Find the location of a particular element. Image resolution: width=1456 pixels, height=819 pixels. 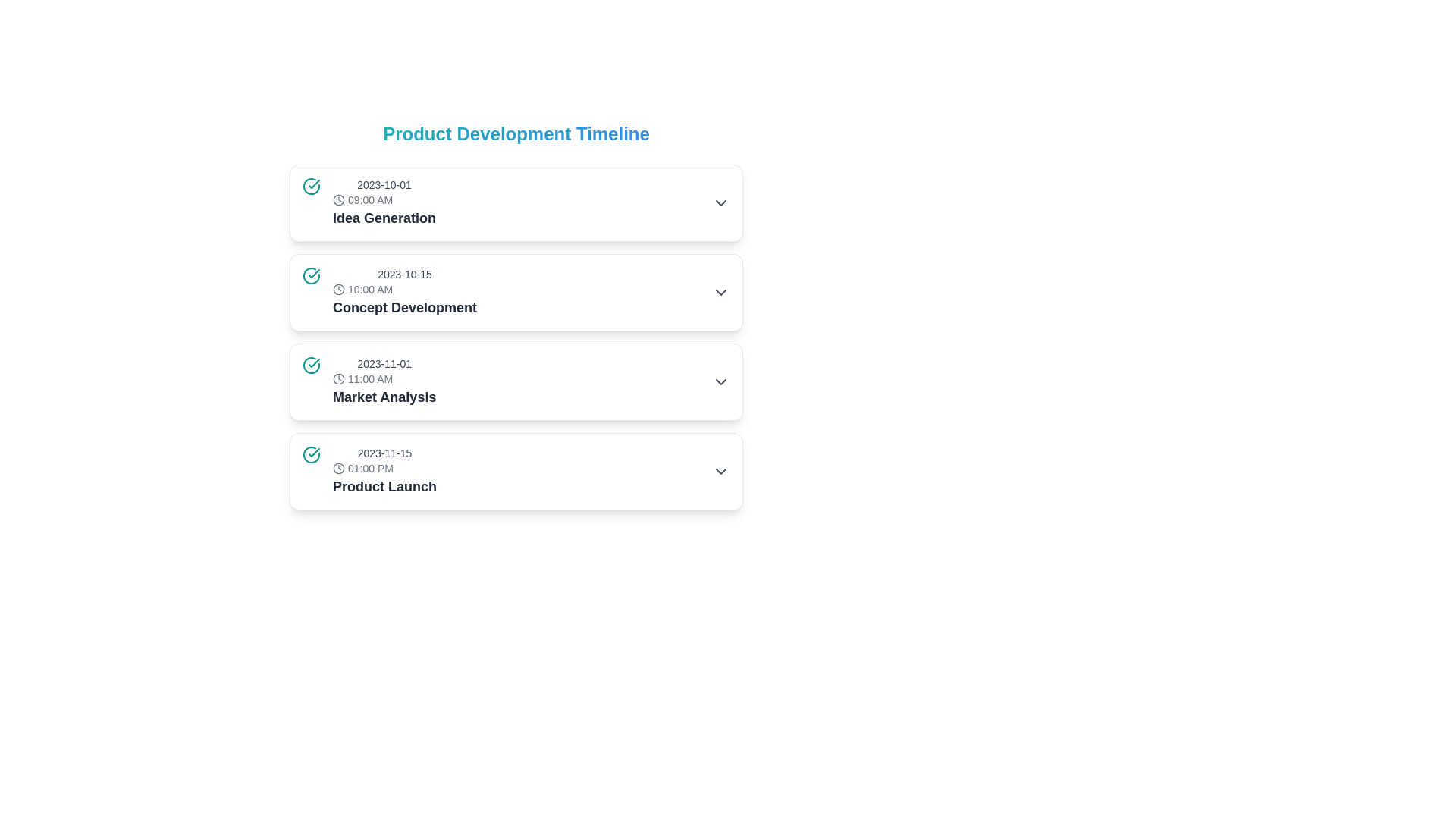

static text content describing the phase or activity in the timeline for the date '2023-10-15' and time '10:00 AM', which is centrally located in the second block of the timeline layout is located at coordinates (404, 307).